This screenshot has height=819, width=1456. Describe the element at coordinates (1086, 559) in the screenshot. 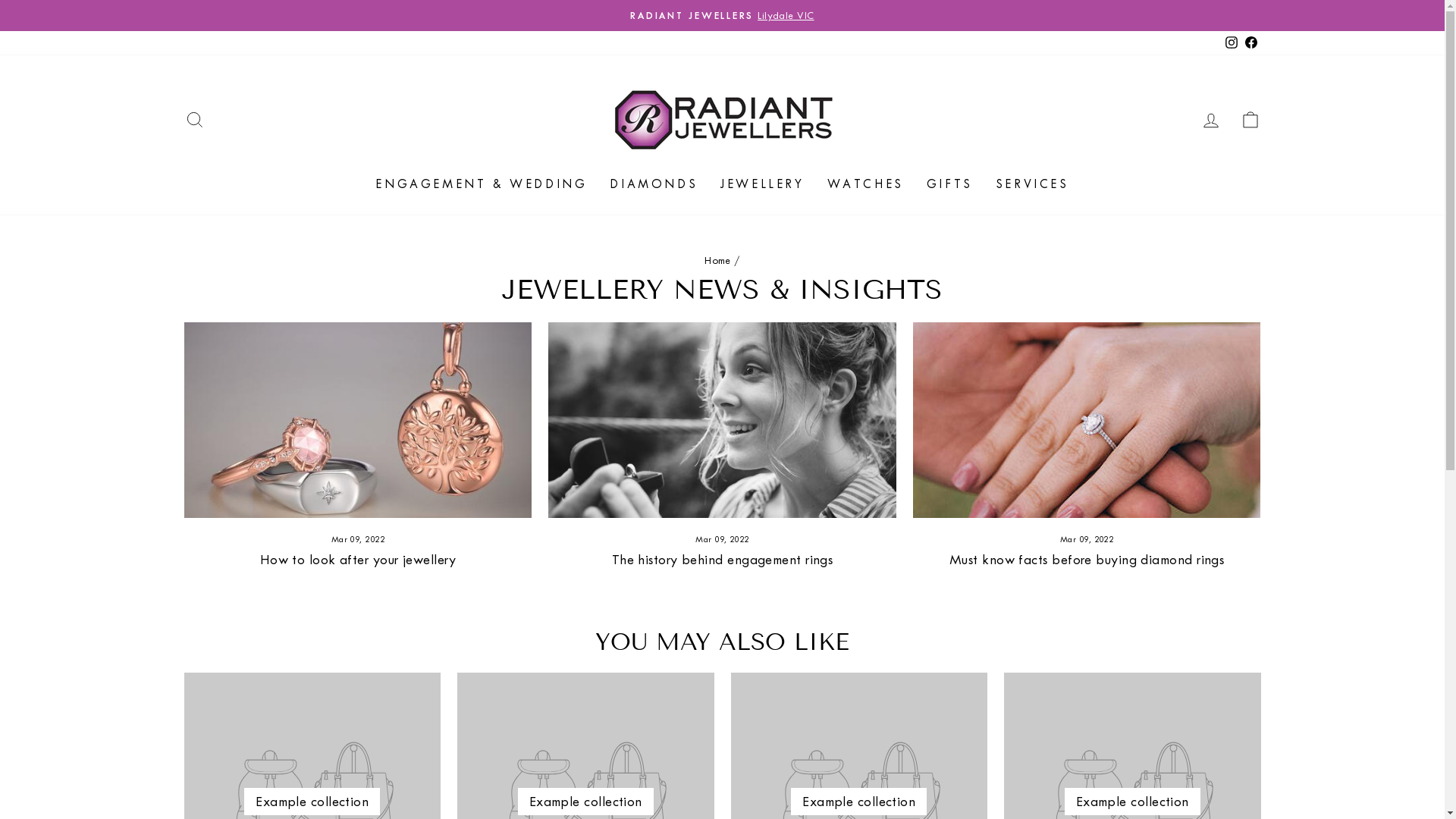

I see `'Must know facts before buying diamond rings'` at that location.